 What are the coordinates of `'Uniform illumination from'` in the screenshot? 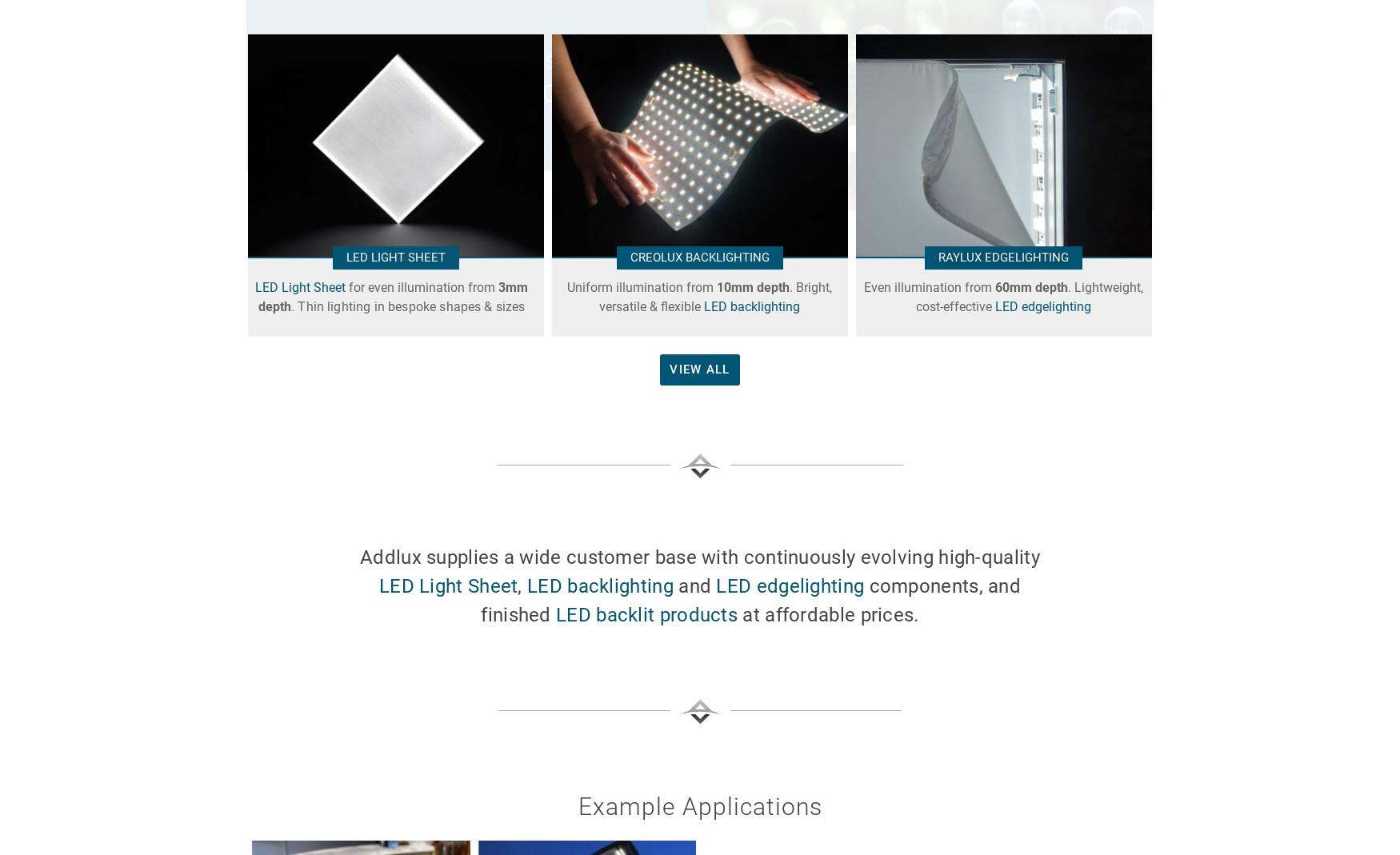 It's located at (641, 287).